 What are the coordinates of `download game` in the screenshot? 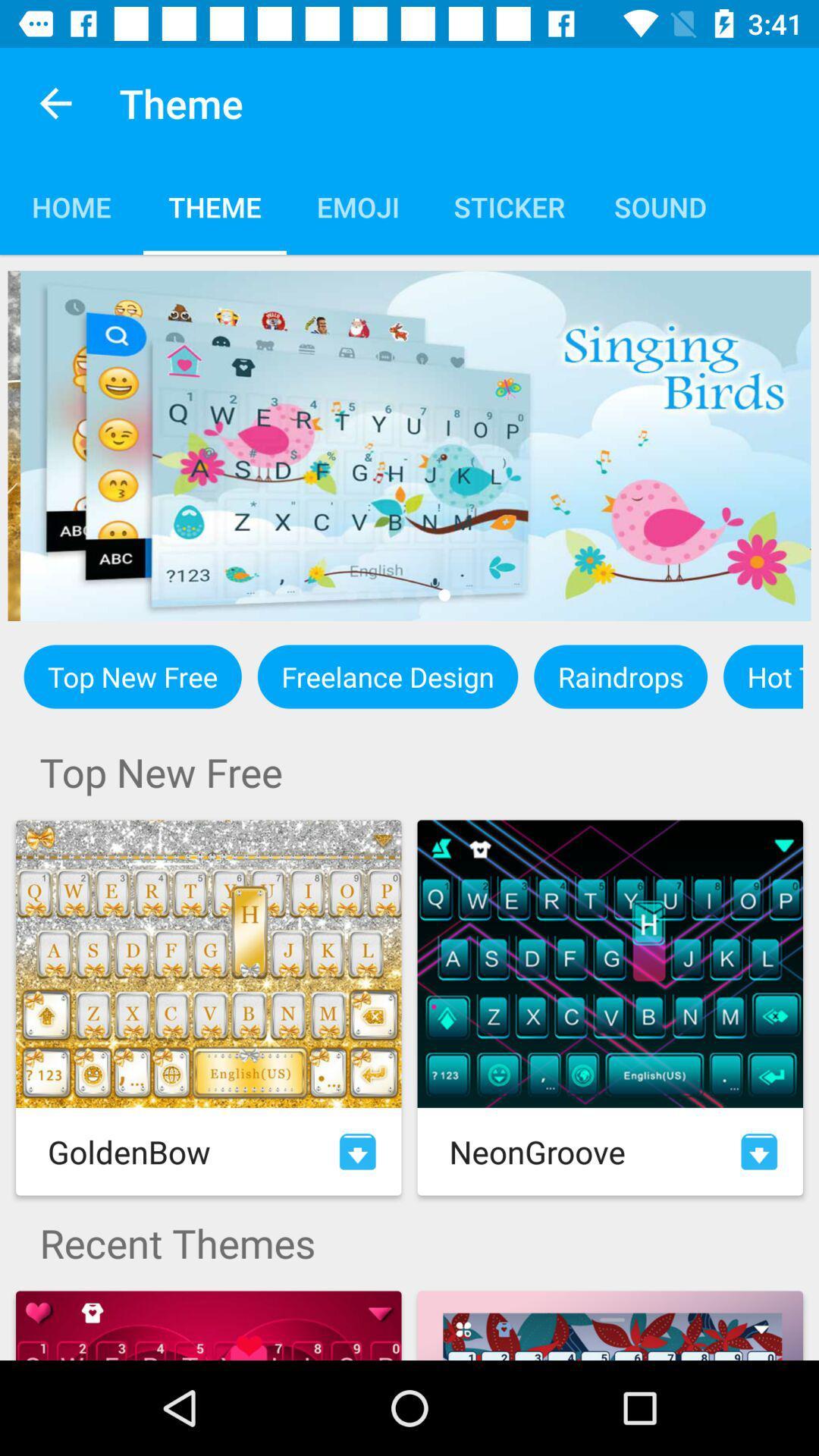 It's located at (759, 1151).